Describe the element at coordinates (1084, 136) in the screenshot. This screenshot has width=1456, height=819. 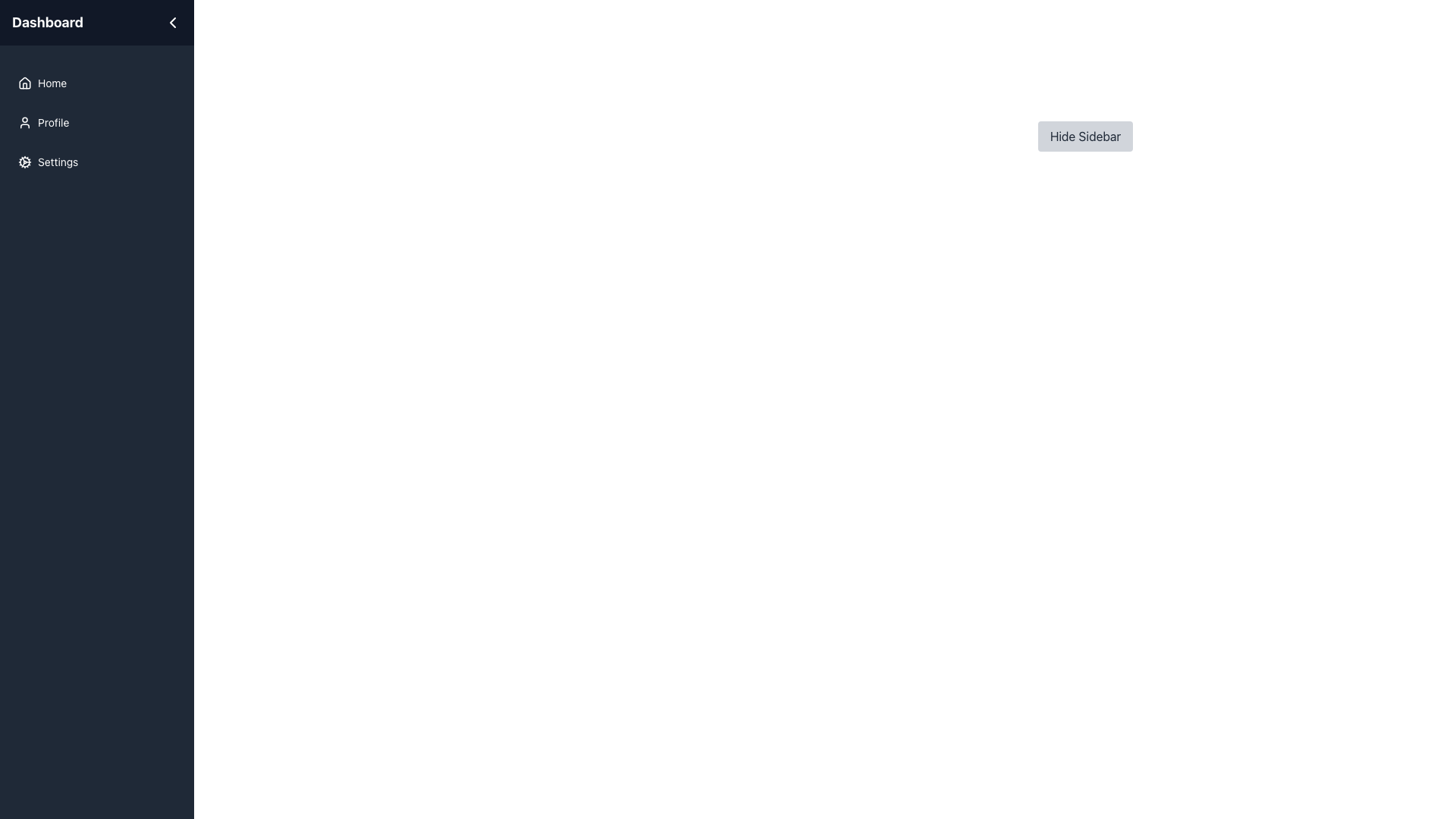
I see `the 'Hide Sidebar' button, which is a rectangular button with dark gray text on a light gray background` at that location.